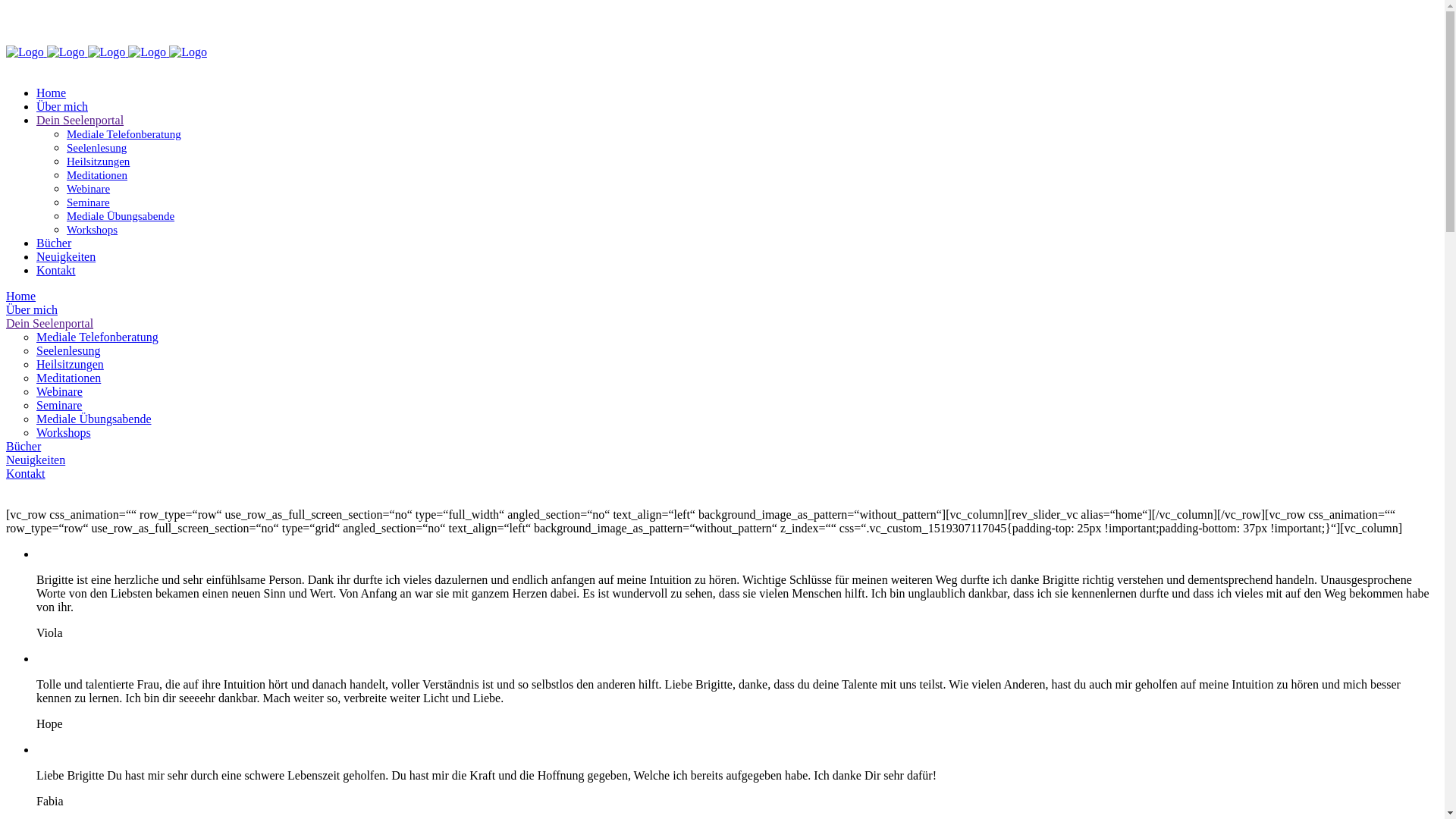  Describe the element at coordinates (51, 93) in the screenshot. I see `'Home'` at that location.